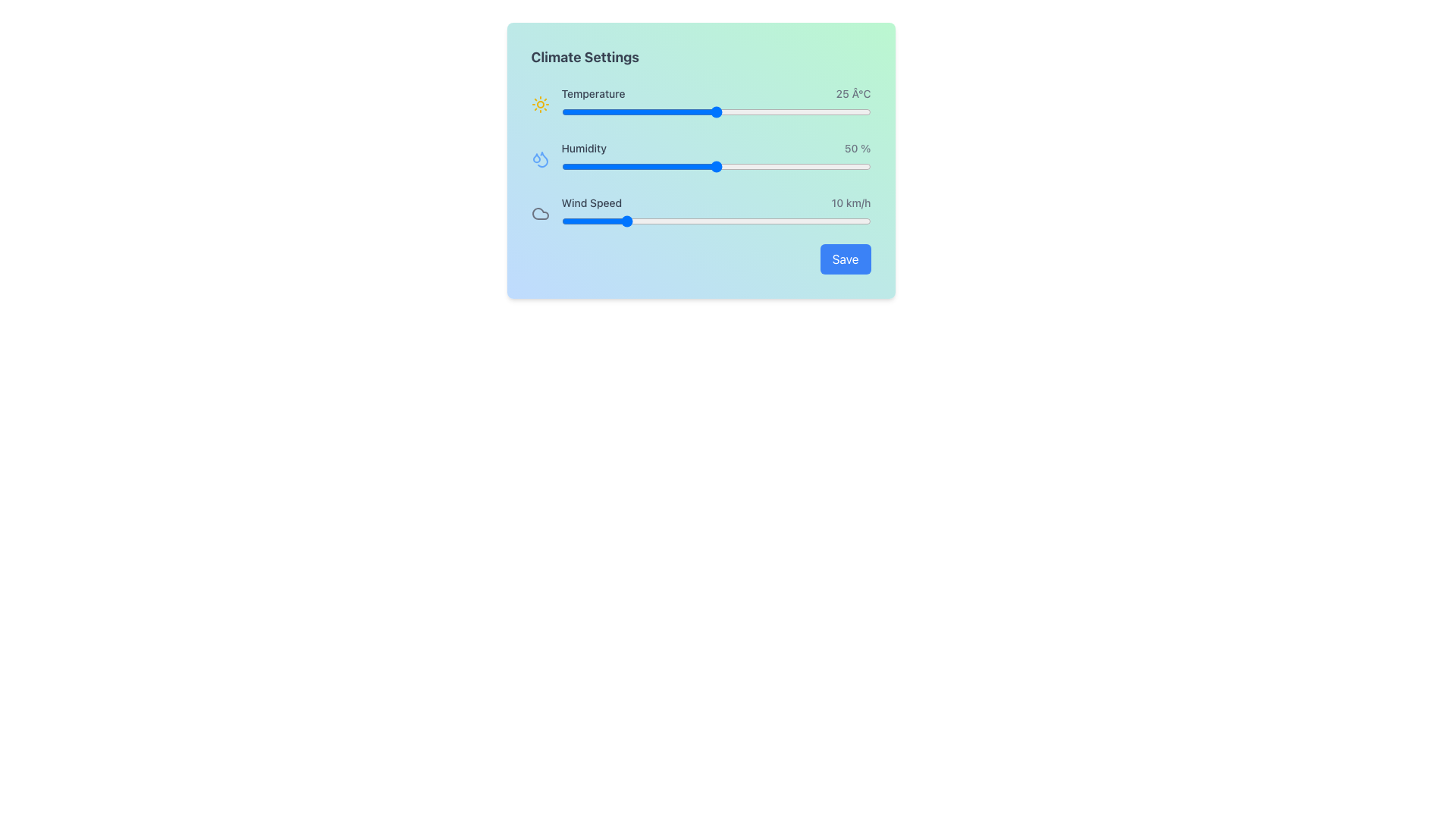 This screenshot has height=819, width=1456. Describe the element at coordinates (735, 221) in the screenshot. I see `wind speed` at that location.